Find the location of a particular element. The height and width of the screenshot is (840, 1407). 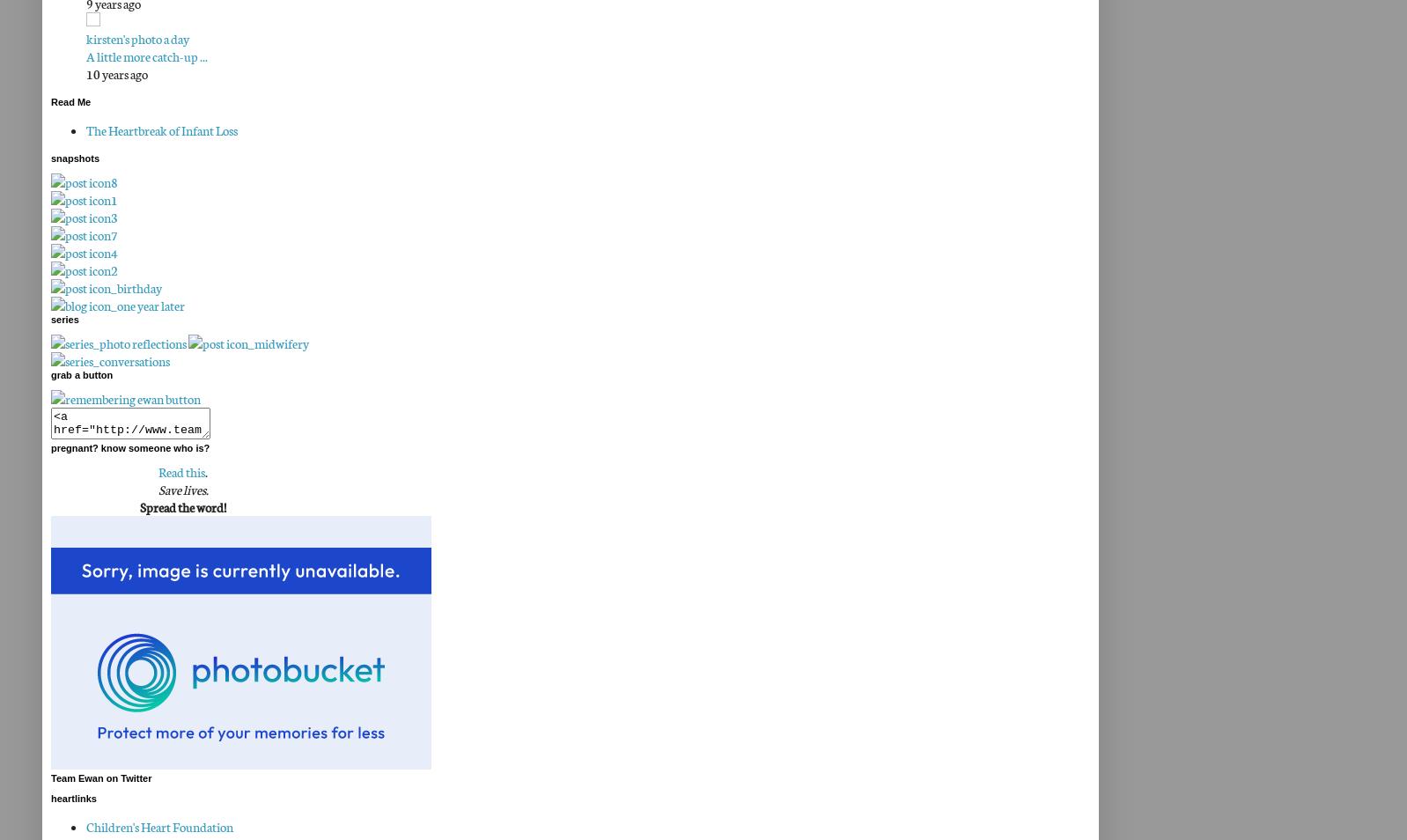

'Team Ewan on Twitter' is located at coordinates (50, 777).